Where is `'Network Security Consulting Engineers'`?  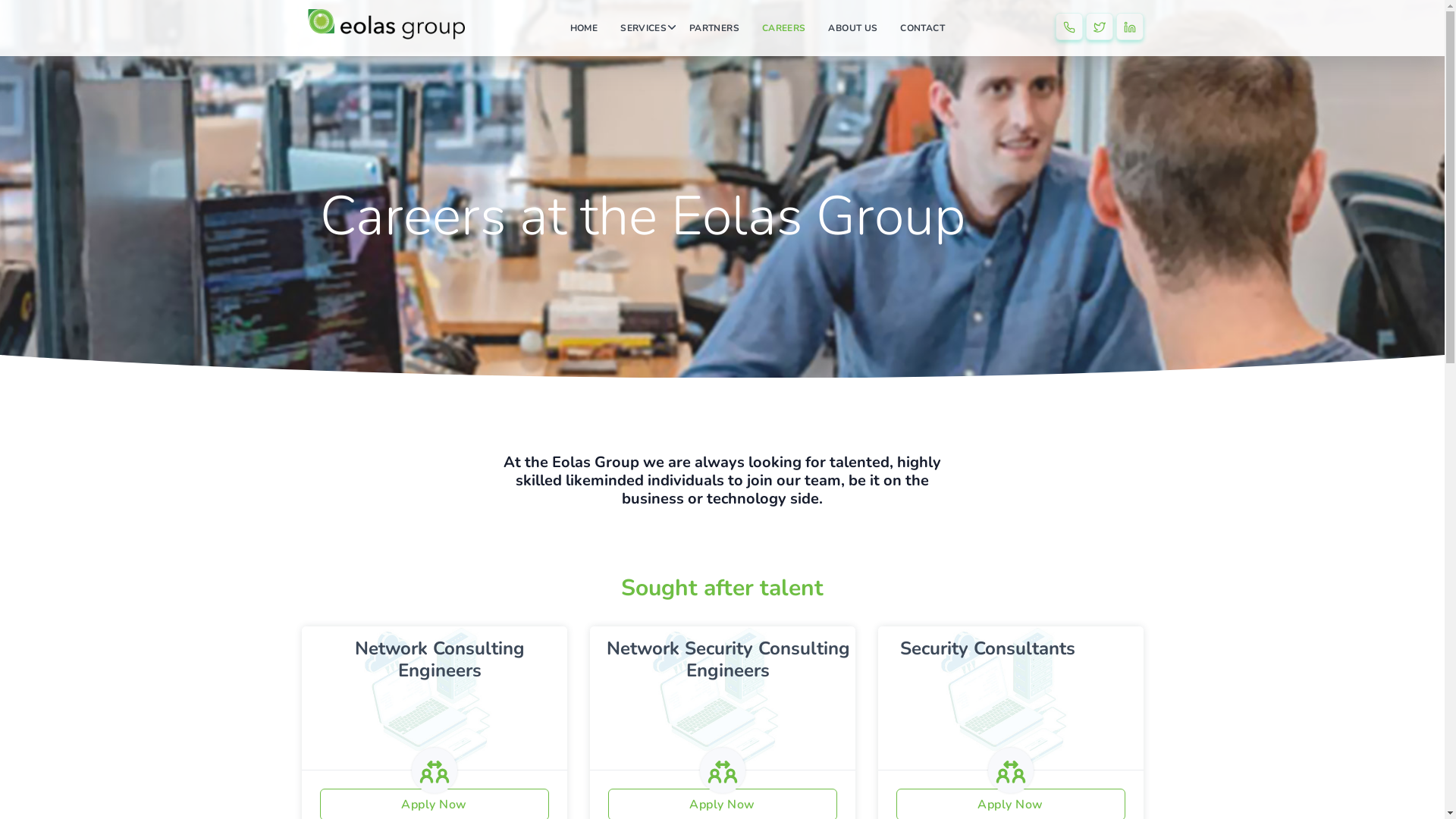 'Network Security Consulting Engineers' is located at coordinates (728, 658).